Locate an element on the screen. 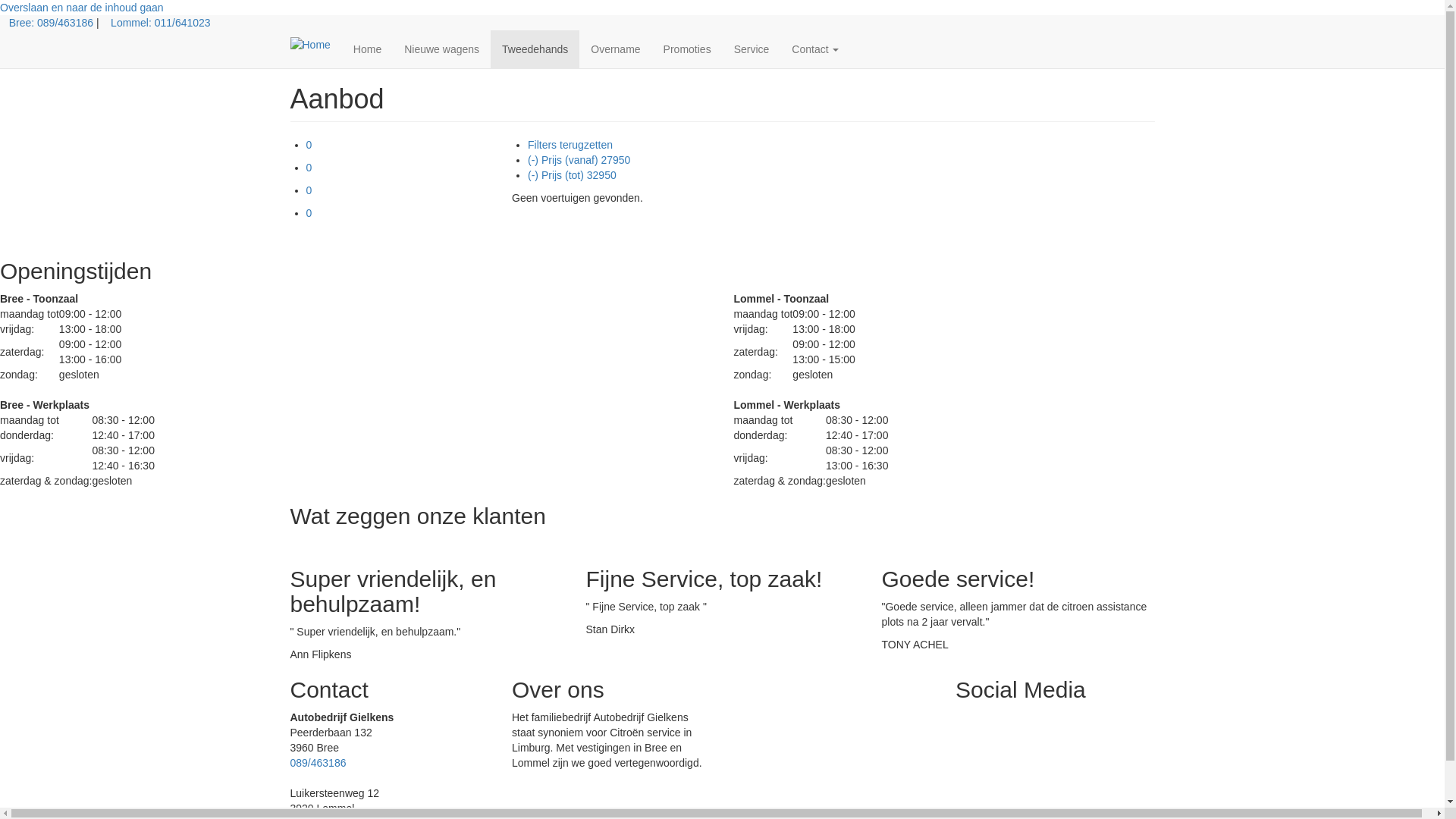 The image size is (1456, 819). 'Home' is located at coordinates (315, 43).